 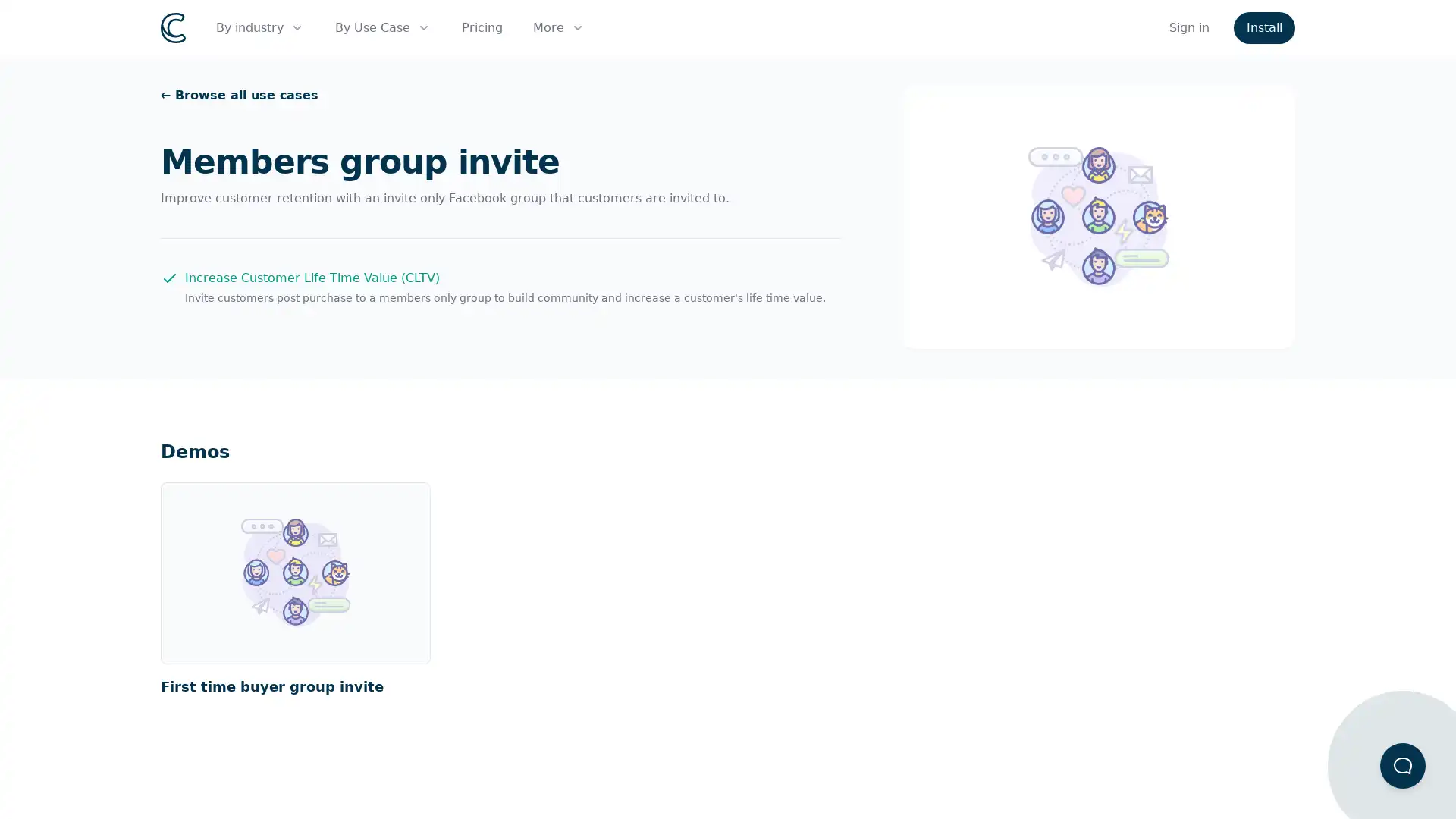 What do you see at coordinates (383, 28) in the screenshot?
I see `By Use Case` at bounding box center [383, 28].